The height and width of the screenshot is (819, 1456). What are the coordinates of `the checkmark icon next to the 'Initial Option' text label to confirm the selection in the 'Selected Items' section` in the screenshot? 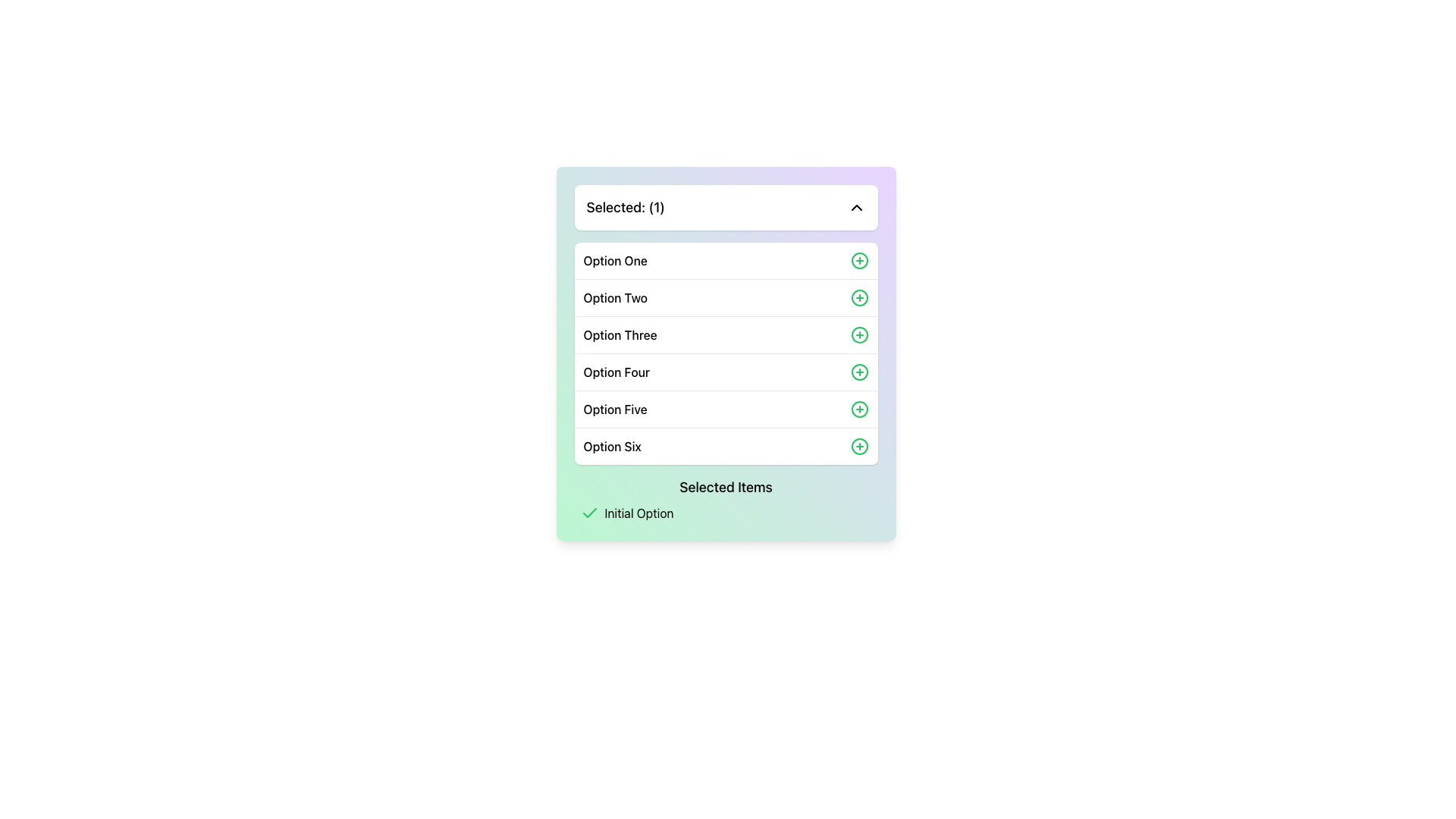 It's located at (725, 513).